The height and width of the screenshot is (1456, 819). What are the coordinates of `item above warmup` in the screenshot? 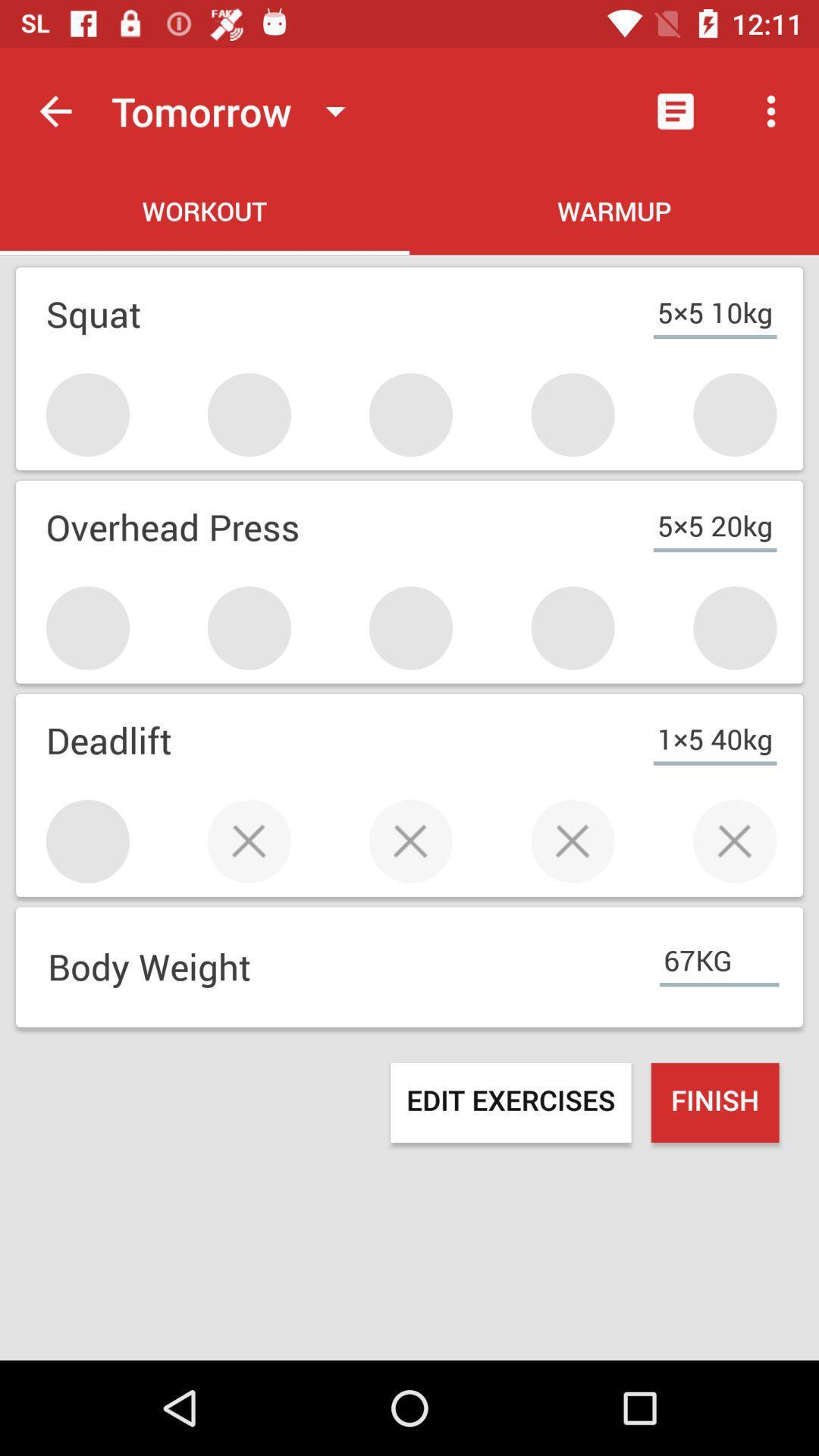 It's located at (675, 111).